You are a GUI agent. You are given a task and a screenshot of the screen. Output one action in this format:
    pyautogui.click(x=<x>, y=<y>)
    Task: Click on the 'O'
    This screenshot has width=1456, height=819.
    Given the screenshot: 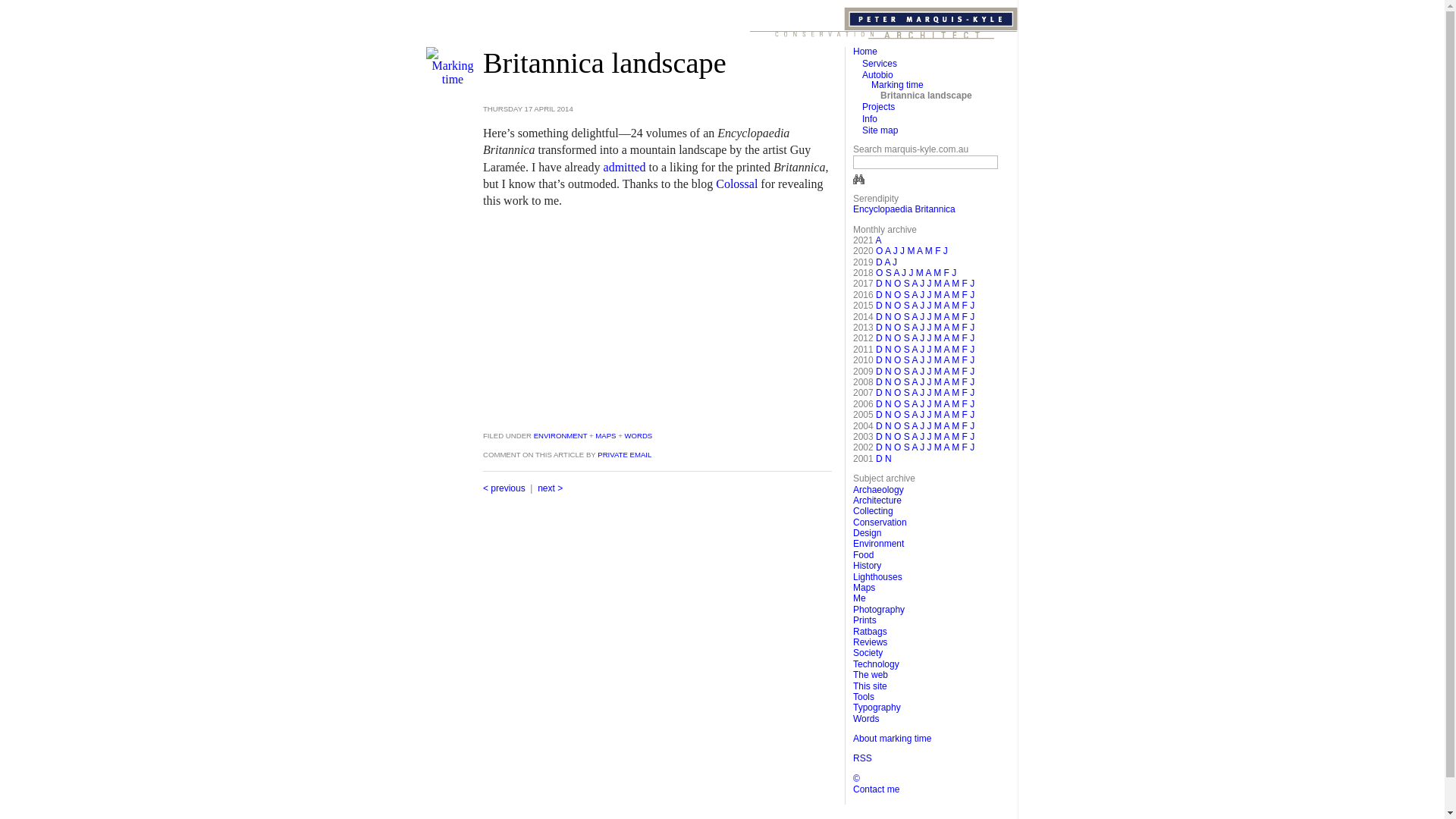 What is the action you would take?
    pyautogui.click(x=894, y=295)
    